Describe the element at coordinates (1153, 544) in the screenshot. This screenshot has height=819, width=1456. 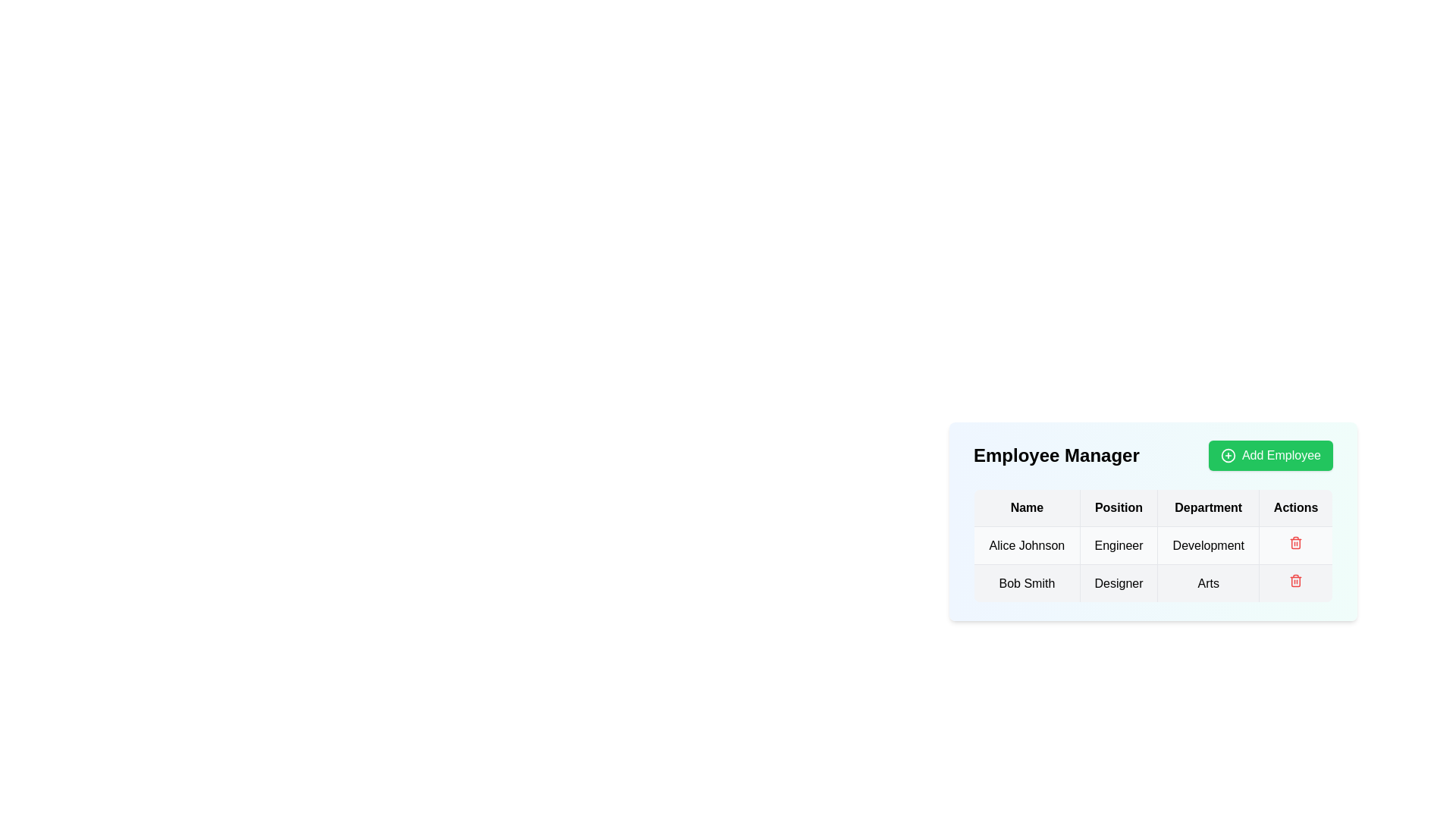
I see `the topmost row of the employee data table` at that location.